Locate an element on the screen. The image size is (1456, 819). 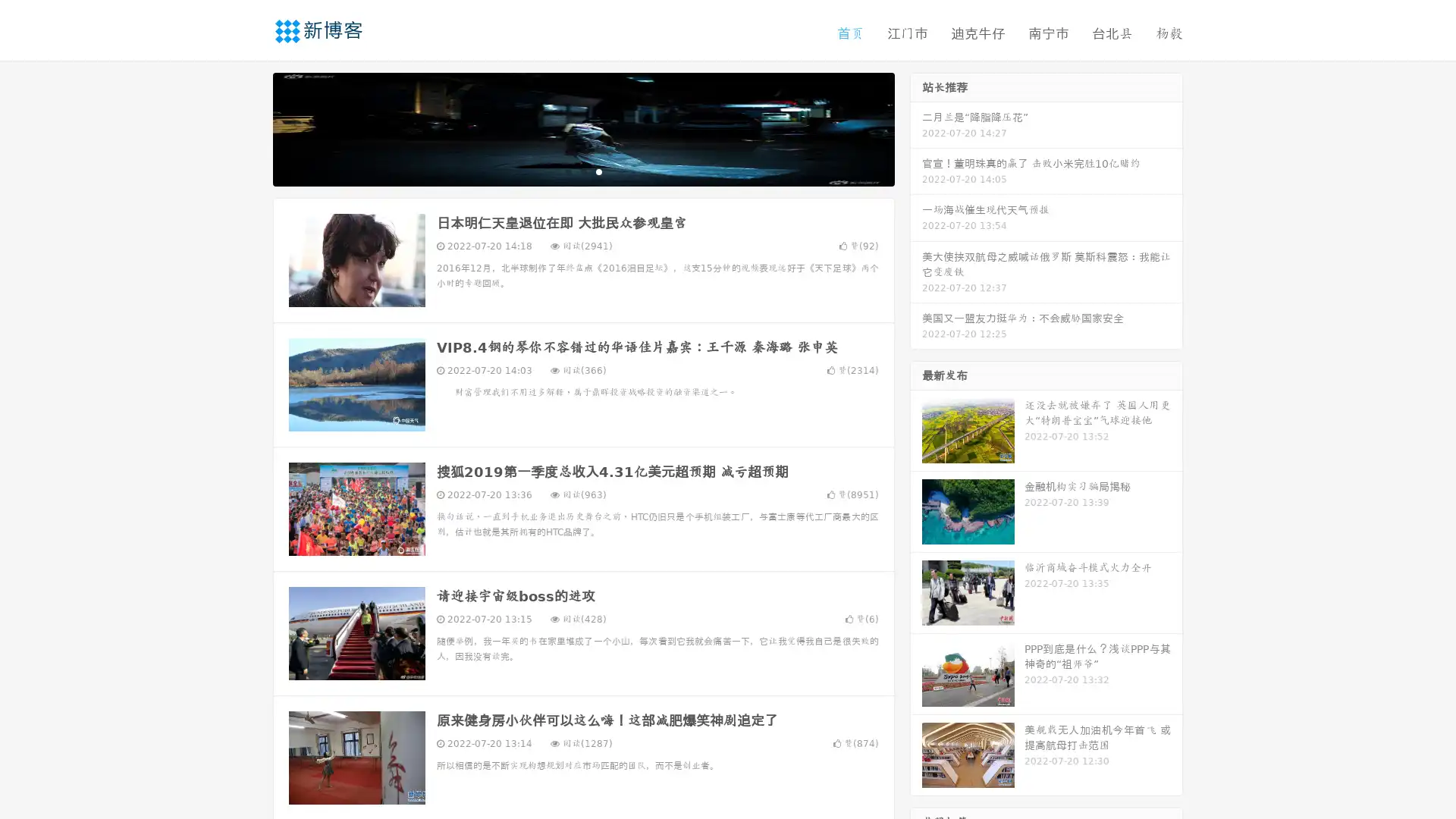
Go to slide 1 is located at coordinates (567, 171).